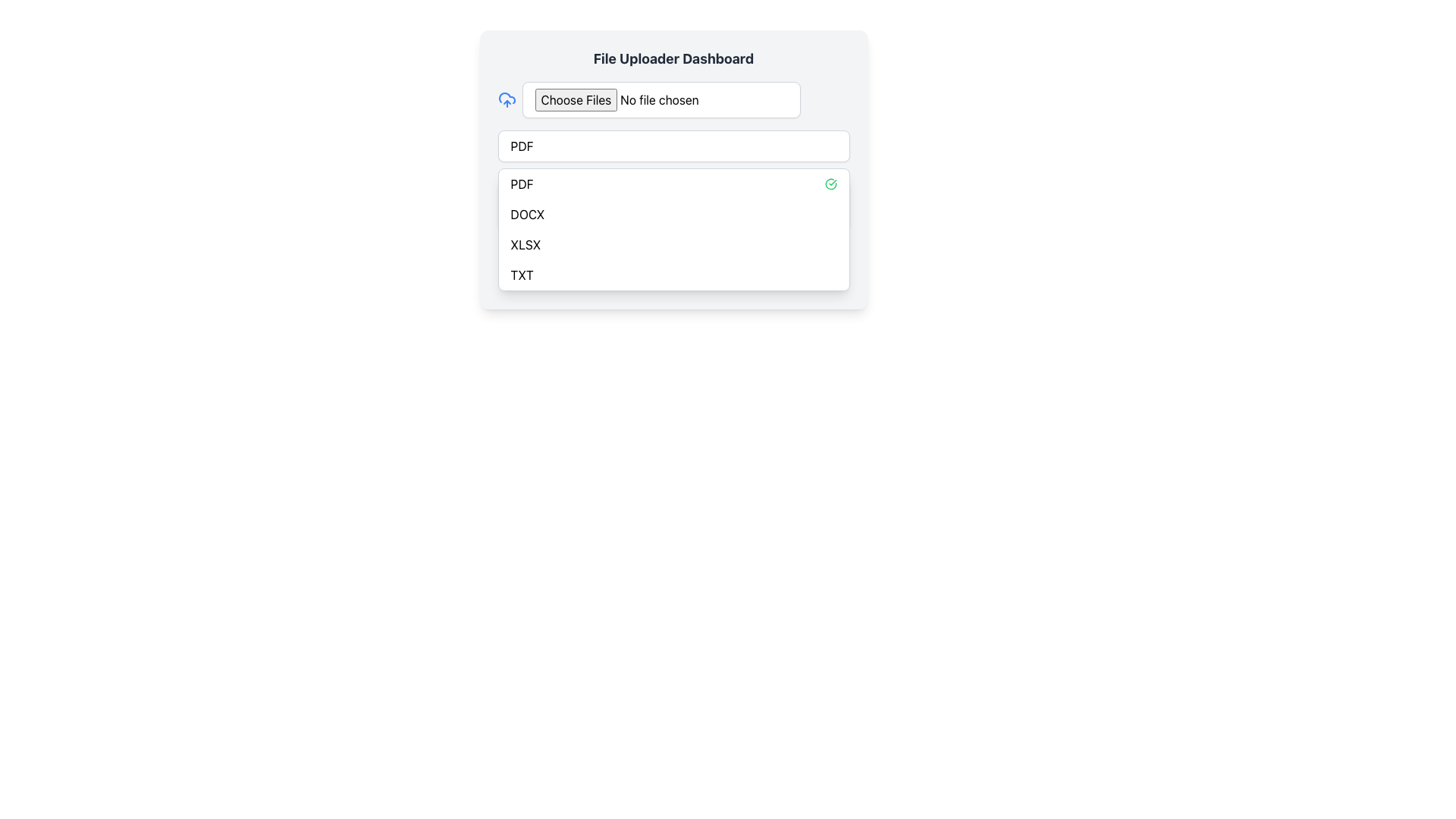  Describe the element at coordinates (526, 244) in the screenshot. I see `the 'XLSX' text option, which is the third selectable item in the dropdown list under the file upload interface` at that location.